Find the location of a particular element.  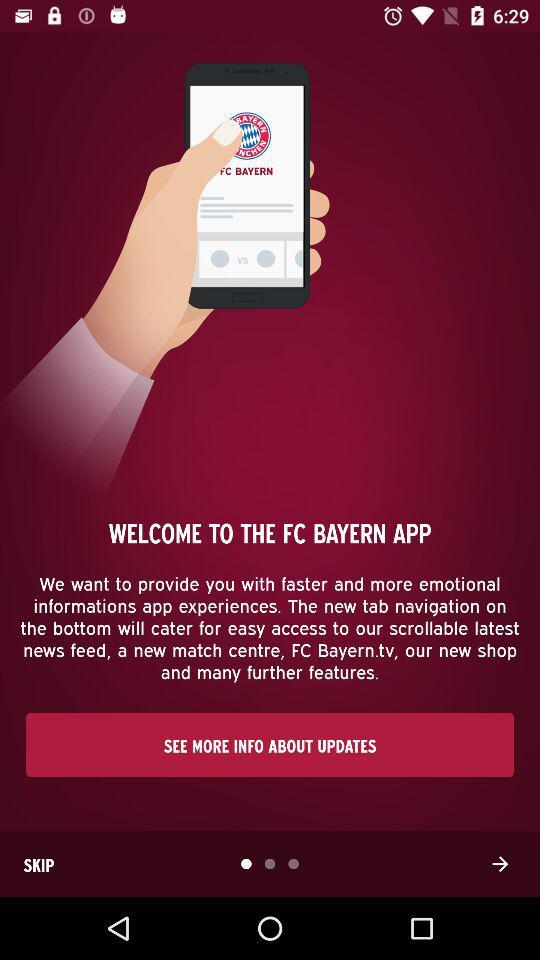

see more info item is located at coordinates (270, 743).